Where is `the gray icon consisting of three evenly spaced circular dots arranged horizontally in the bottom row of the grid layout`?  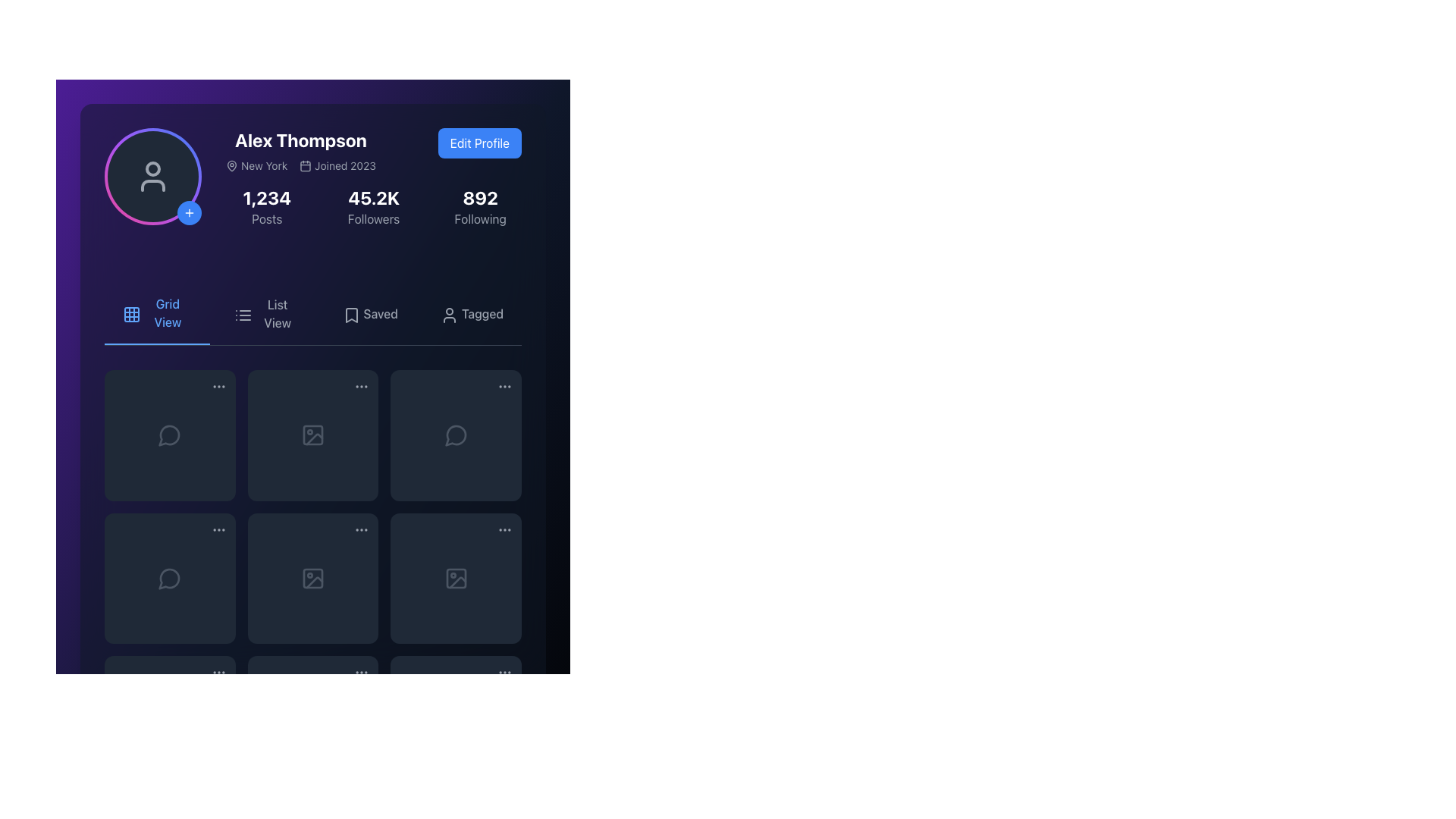
the gray icon consisting of three evenly spaced circular dots arranged horizontally in the bottom row of the grid layout is located at coordinates (218, 672).